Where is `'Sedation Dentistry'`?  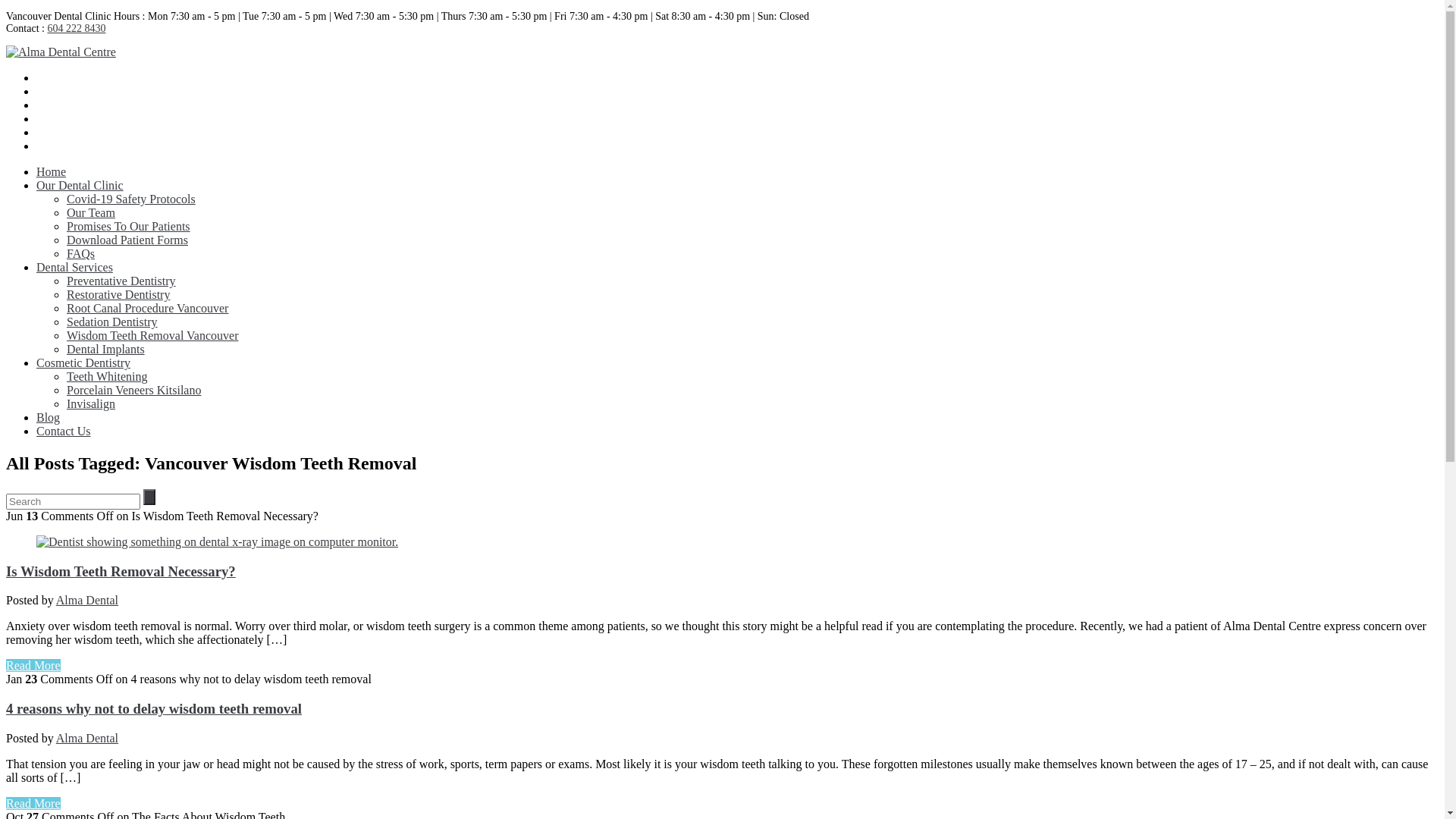 'Sedation Dentistry' is located at coordinates (111, 321).